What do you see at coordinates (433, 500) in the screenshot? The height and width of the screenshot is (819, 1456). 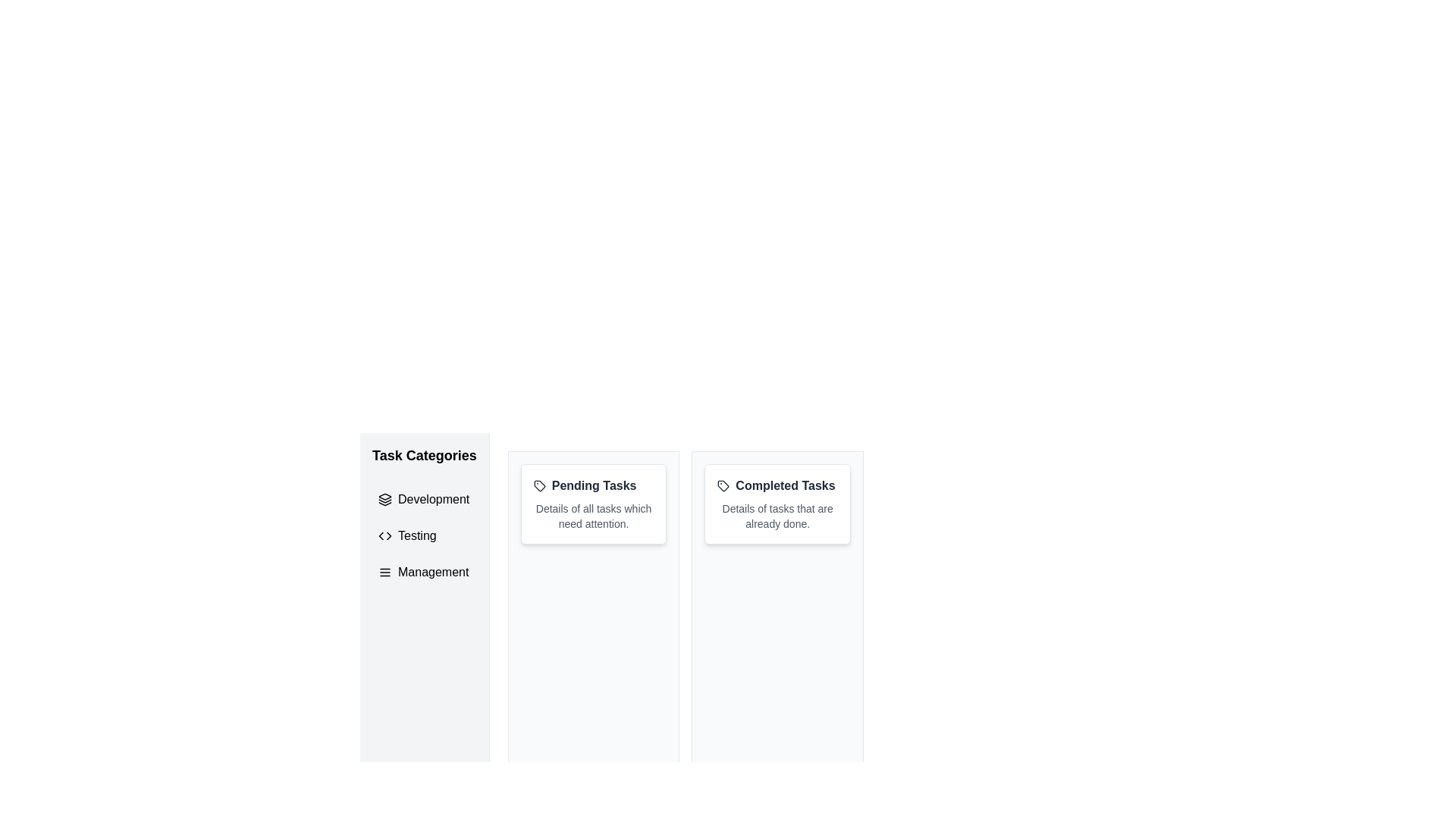 I see `the 'Development' text label in the task categories navigation list` at bounding box center [433, 500].